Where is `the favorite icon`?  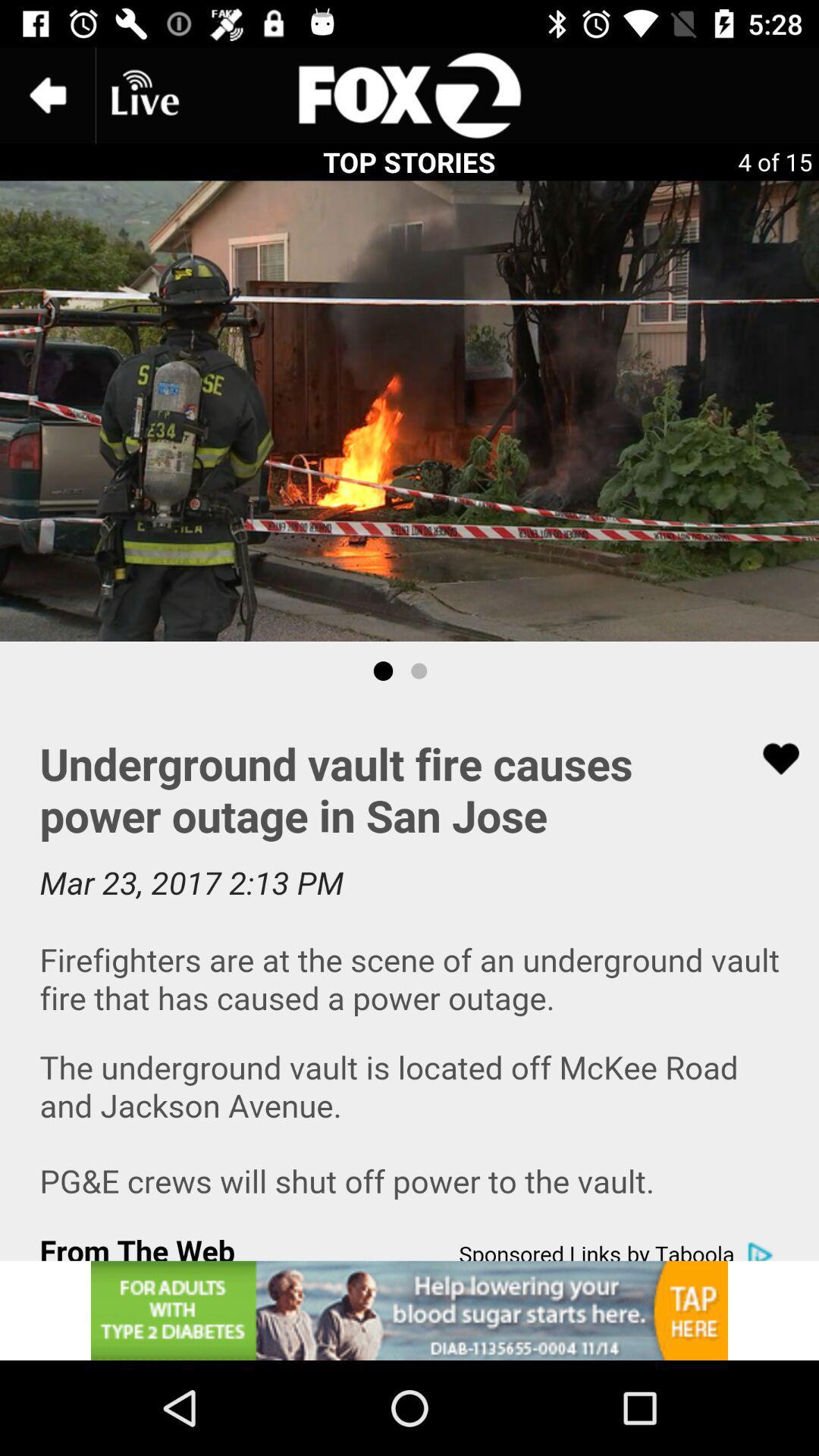
the favorite icon is located at coordinates (771, 758).